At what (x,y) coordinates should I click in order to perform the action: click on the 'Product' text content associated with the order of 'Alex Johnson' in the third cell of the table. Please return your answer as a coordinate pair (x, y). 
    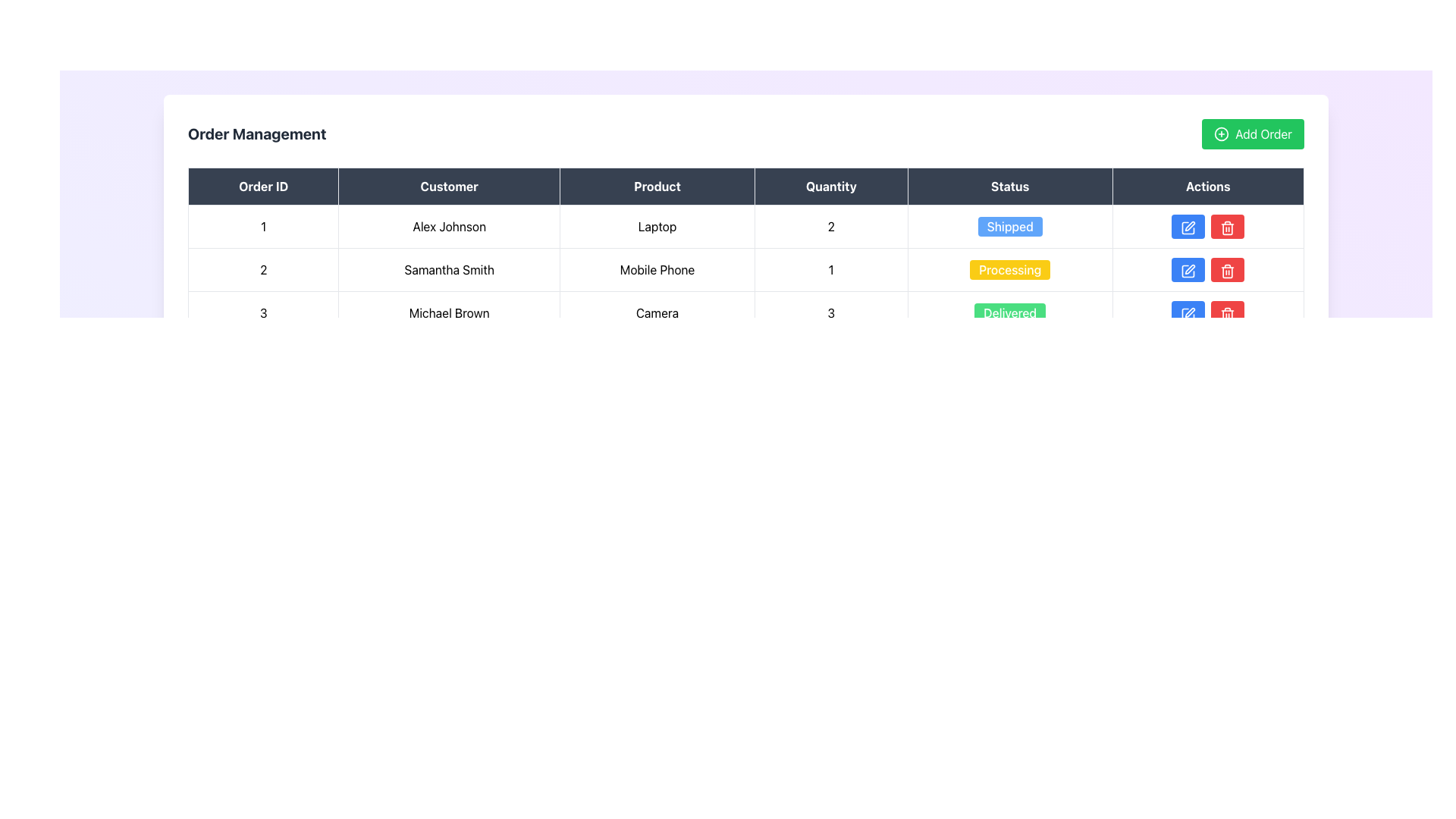
    Looking at the image, I should click on (657, 227).